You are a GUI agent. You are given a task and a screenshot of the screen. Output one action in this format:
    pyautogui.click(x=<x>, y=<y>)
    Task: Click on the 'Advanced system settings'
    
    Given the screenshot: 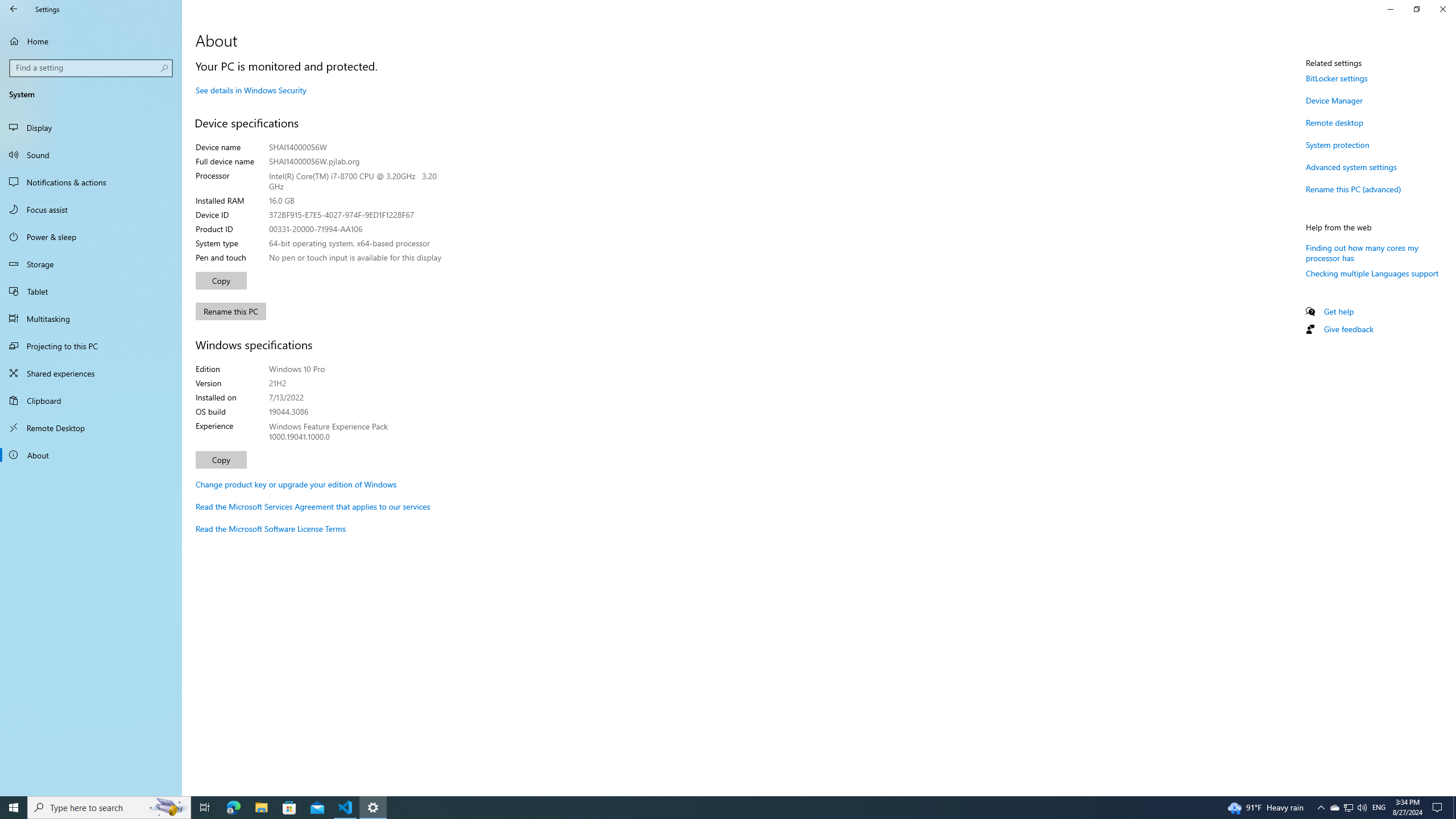 What is the action you would take?
    pyautogui.click(x=1350, y=166)
    